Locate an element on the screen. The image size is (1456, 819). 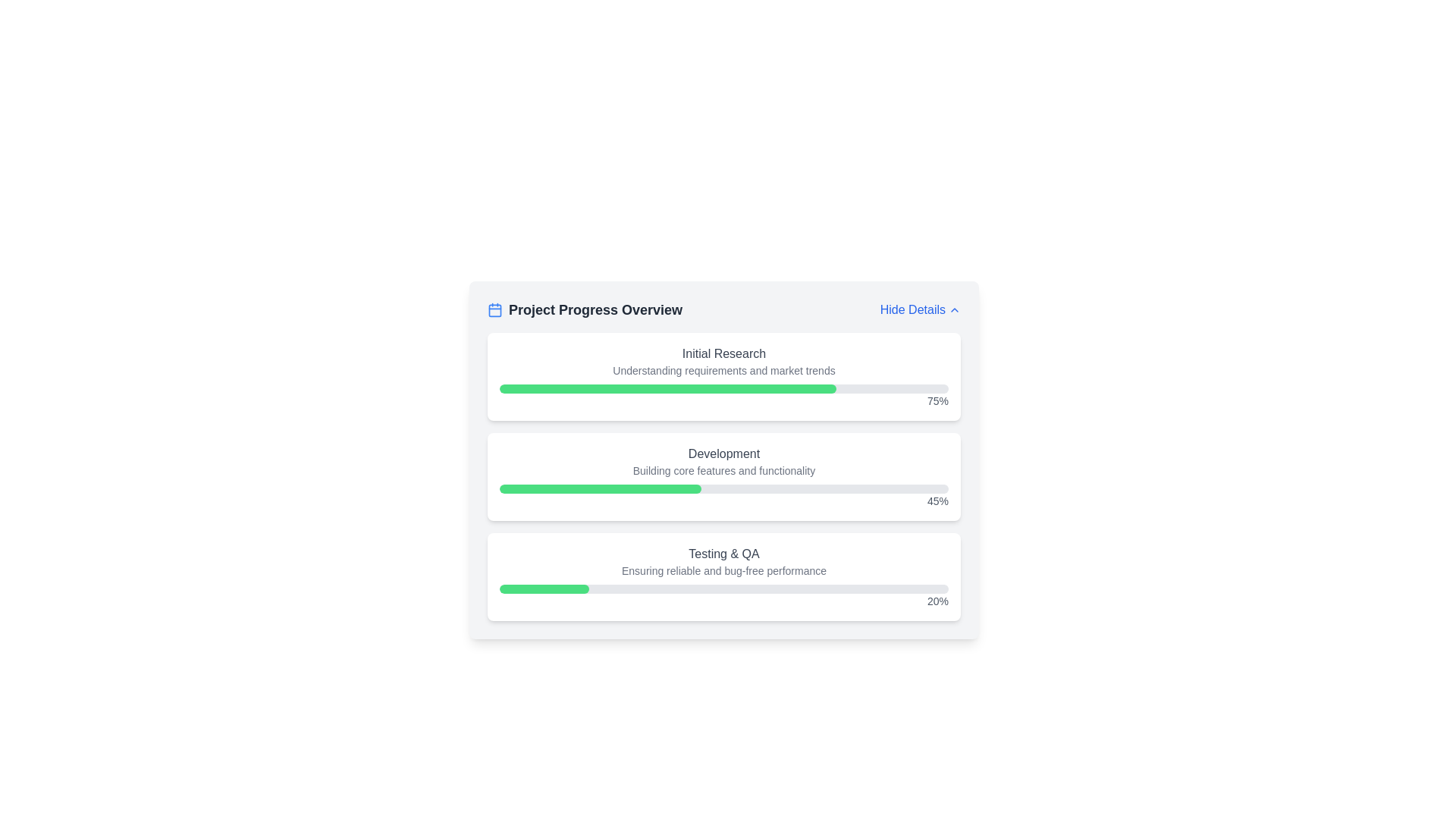
the grouped progress display located centrally within the 'Project Progress Overview' section is located at coordinates (723, 475).